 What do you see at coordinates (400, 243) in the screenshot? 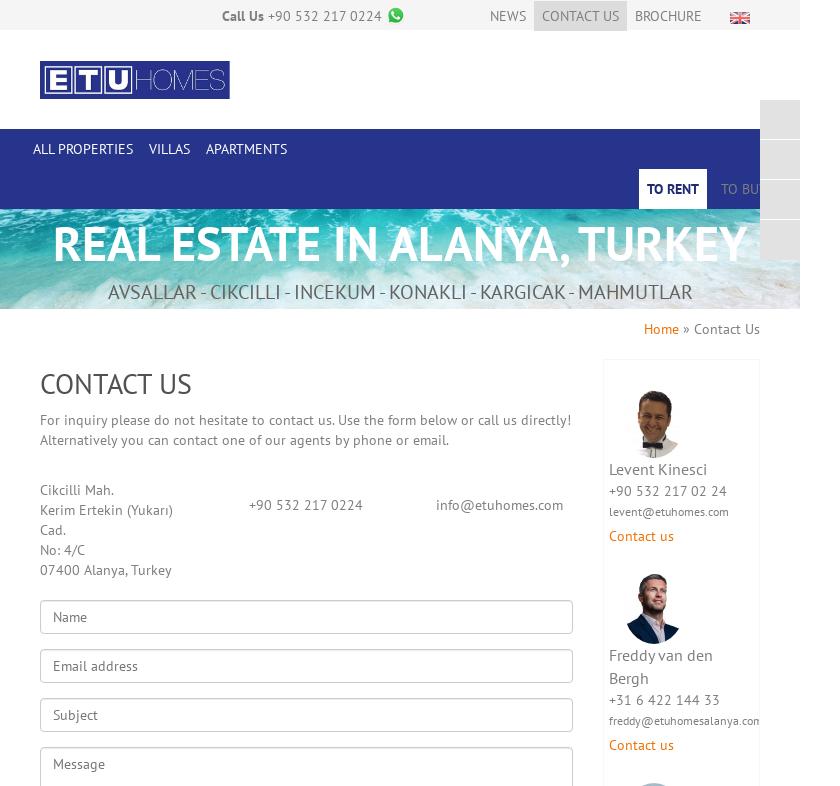
I see `'Real estate in Alanya, Turkey'` at bounding box center [400, 243].